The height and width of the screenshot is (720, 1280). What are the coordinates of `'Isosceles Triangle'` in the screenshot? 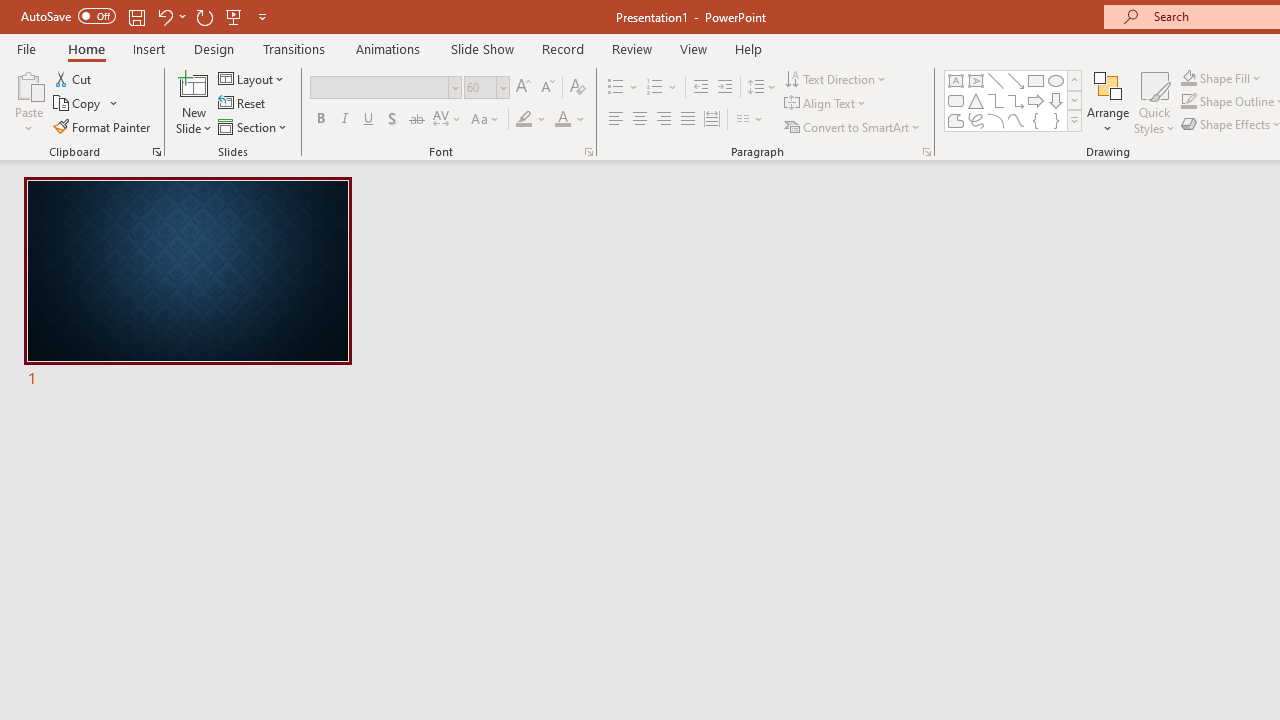 It's located at (976, 100).